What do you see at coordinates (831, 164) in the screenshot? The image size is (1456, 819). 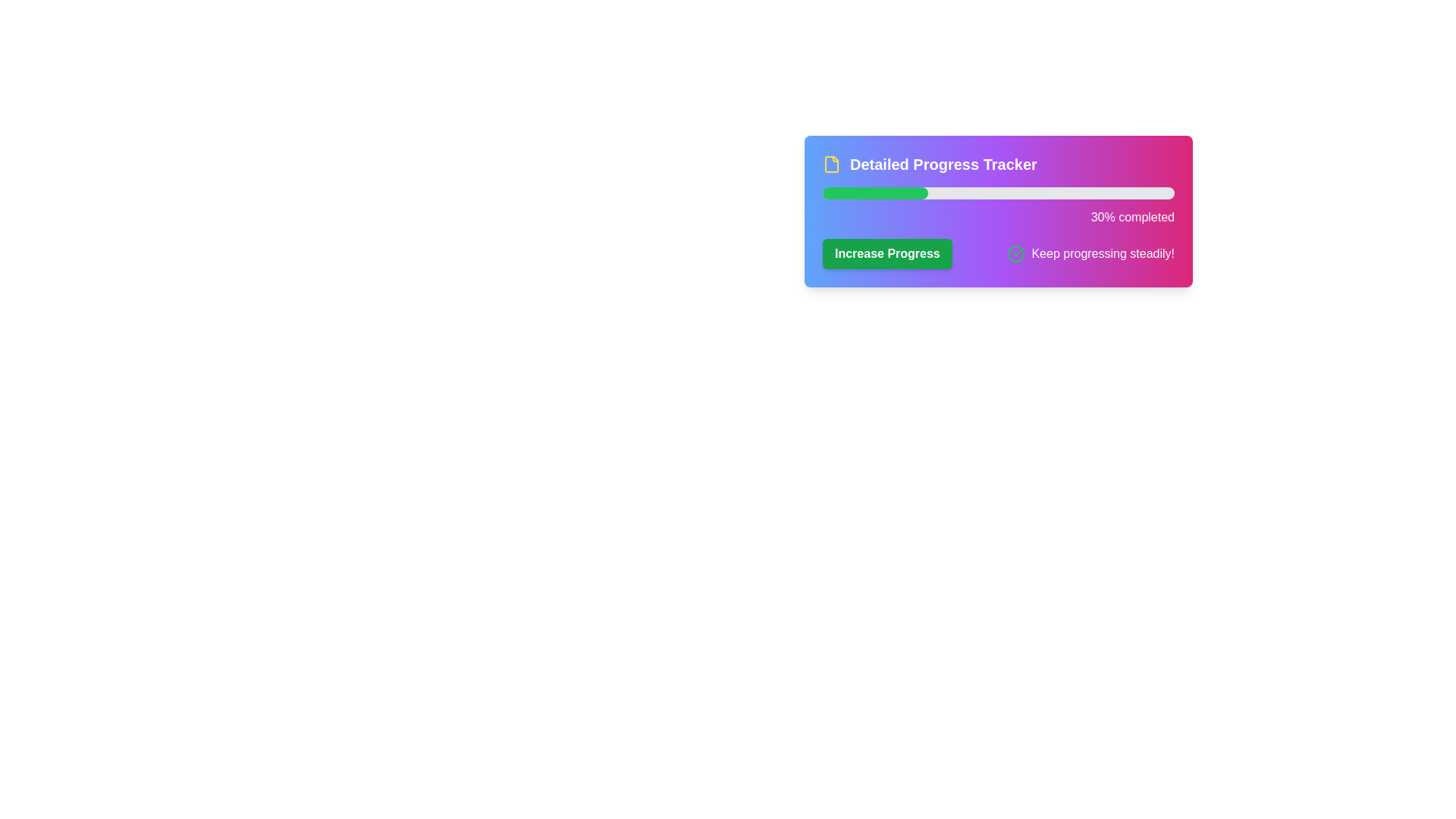 I see `the icon located to the left of the title text 'Detailed Progress Tracker' in the card section of the interface` at bounding box center [831, 164].